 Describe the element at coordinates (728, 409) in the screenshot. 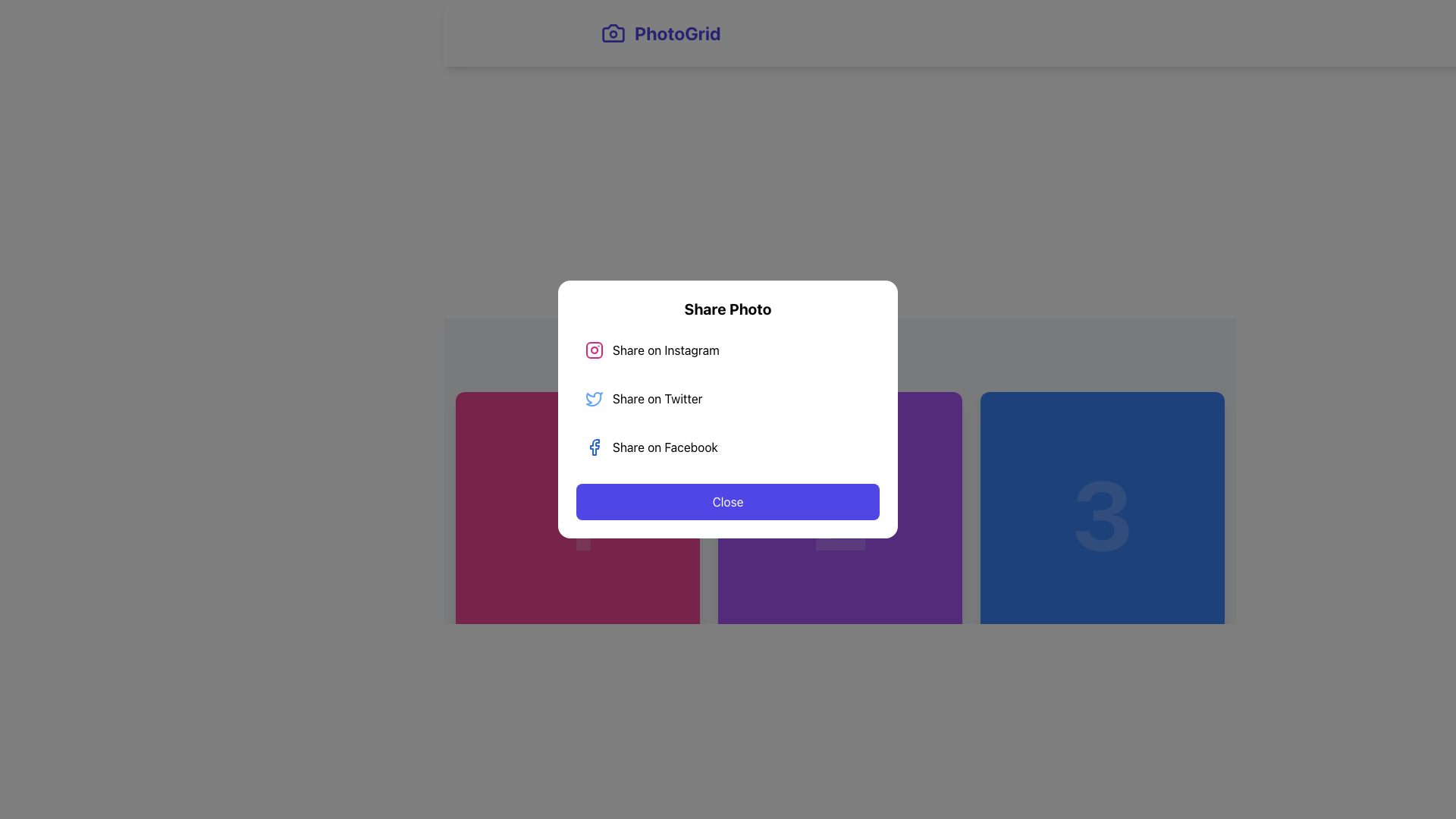

I see `the sharing options in the central modal dialog that allows users to share a photo via Instagram, Twitter, and Facebook` at that location.